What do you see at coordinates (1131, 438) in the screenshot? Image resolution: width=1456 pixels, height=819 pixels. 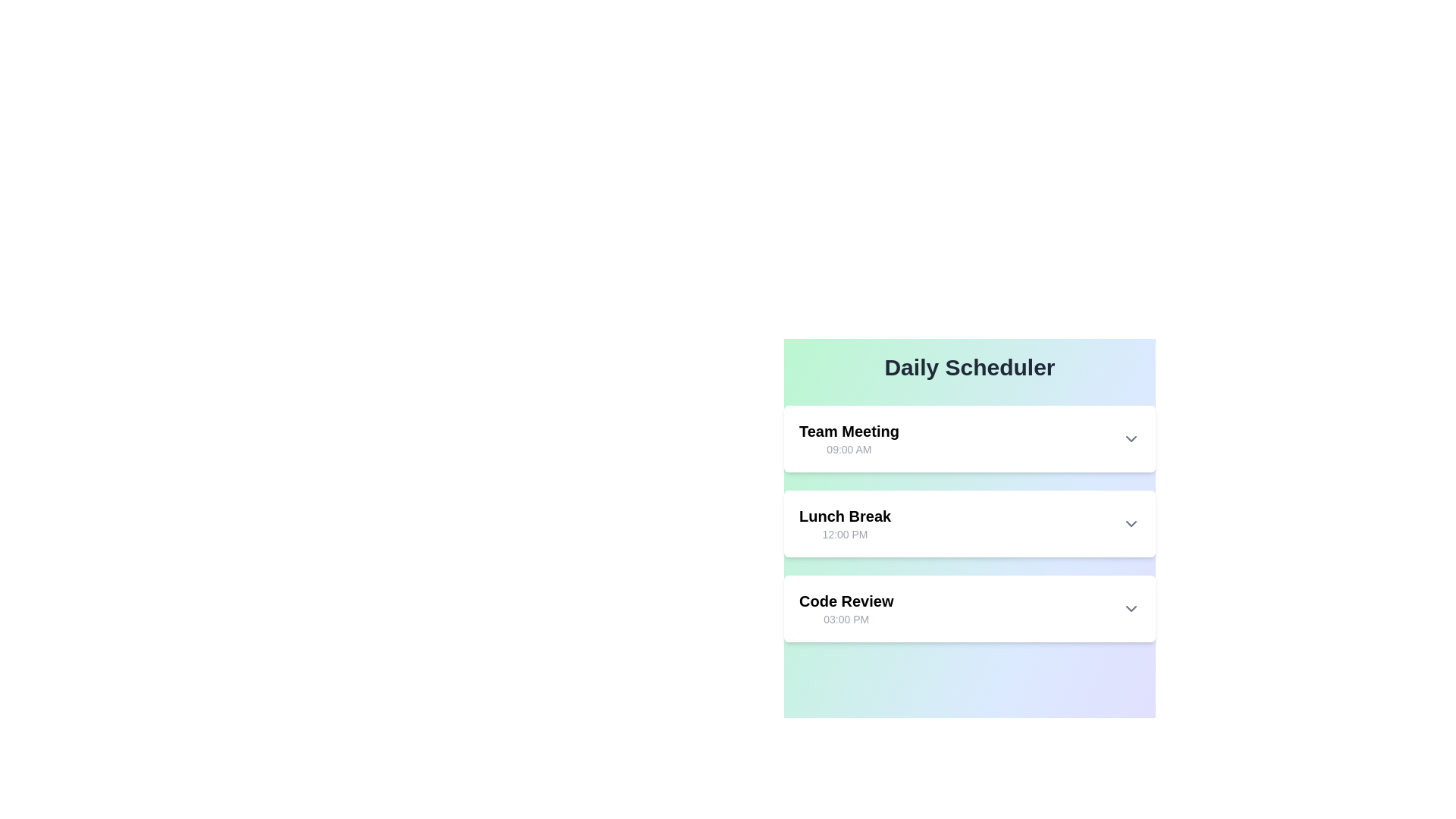 I see `the dropdown toggle icon located to the right of the 'Team Meeting 09:00 AM' text` at bounding box center [1131, 438].